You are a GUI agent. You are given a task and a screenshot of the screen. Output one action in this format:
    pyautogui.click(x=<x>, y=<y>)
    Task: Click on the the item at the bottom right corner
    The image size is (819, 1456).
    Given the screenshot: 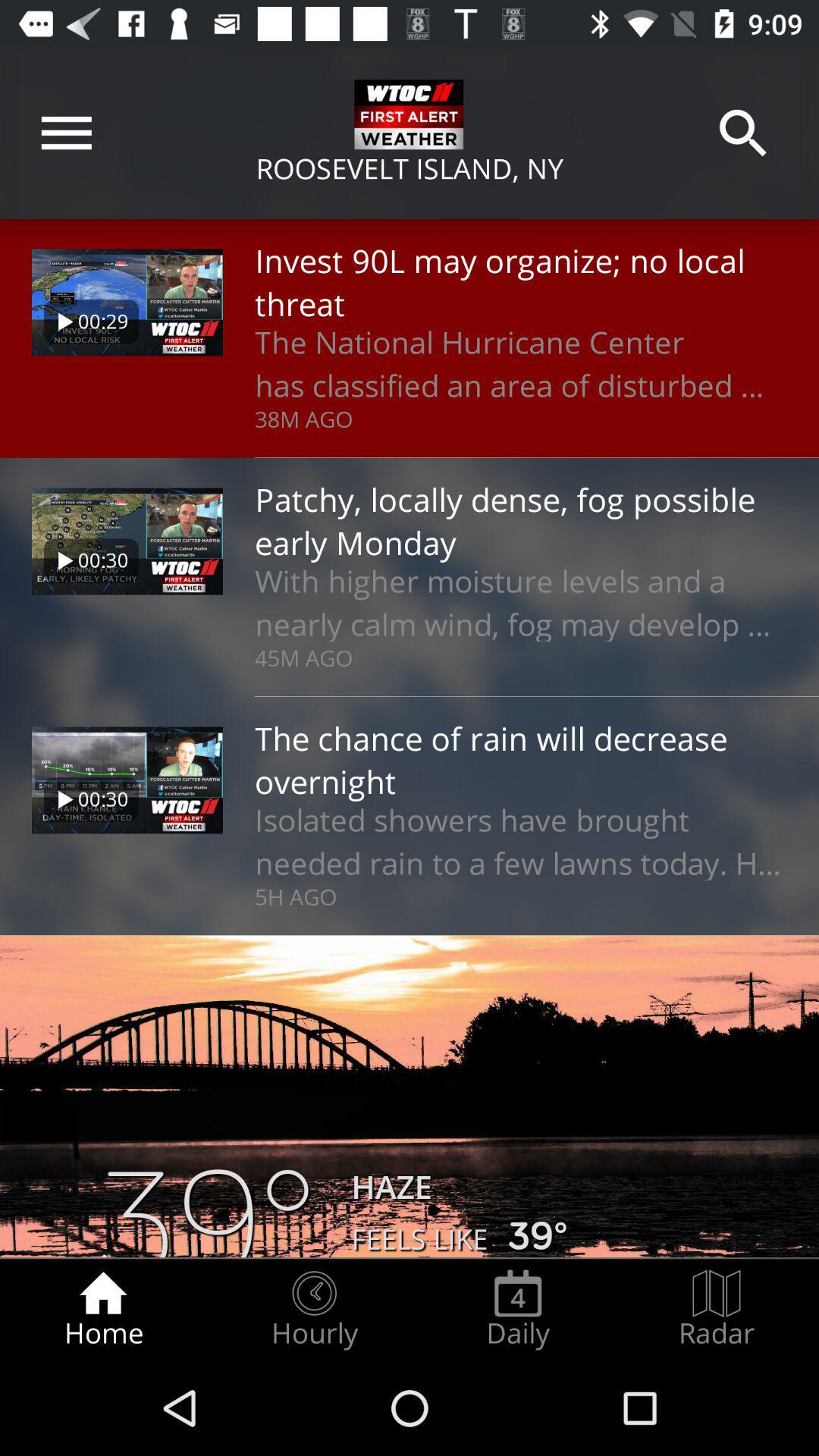 What is the action you would take?
    pyautogui.click(x=717, y=1309)
    